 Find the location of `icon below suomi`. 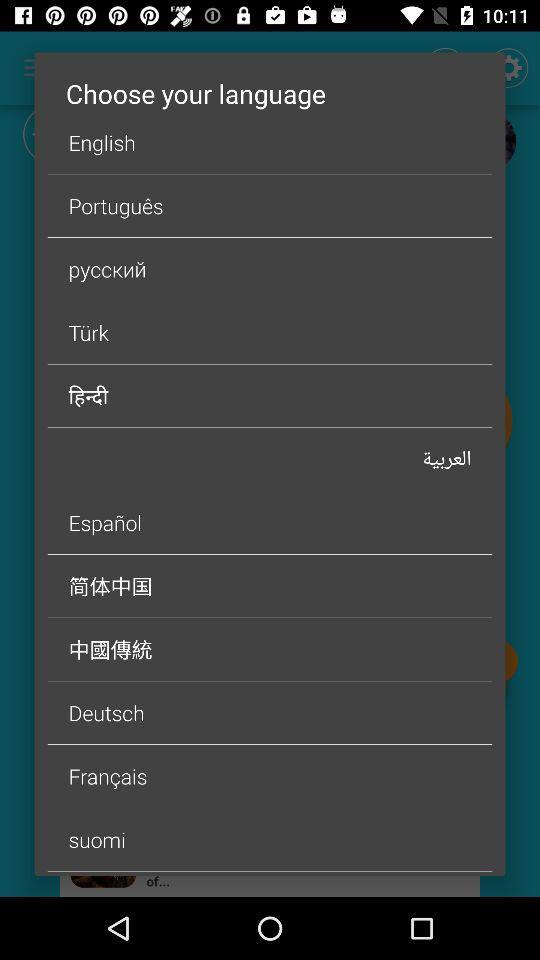

icon below suomi is located at coordinates (270, 872).